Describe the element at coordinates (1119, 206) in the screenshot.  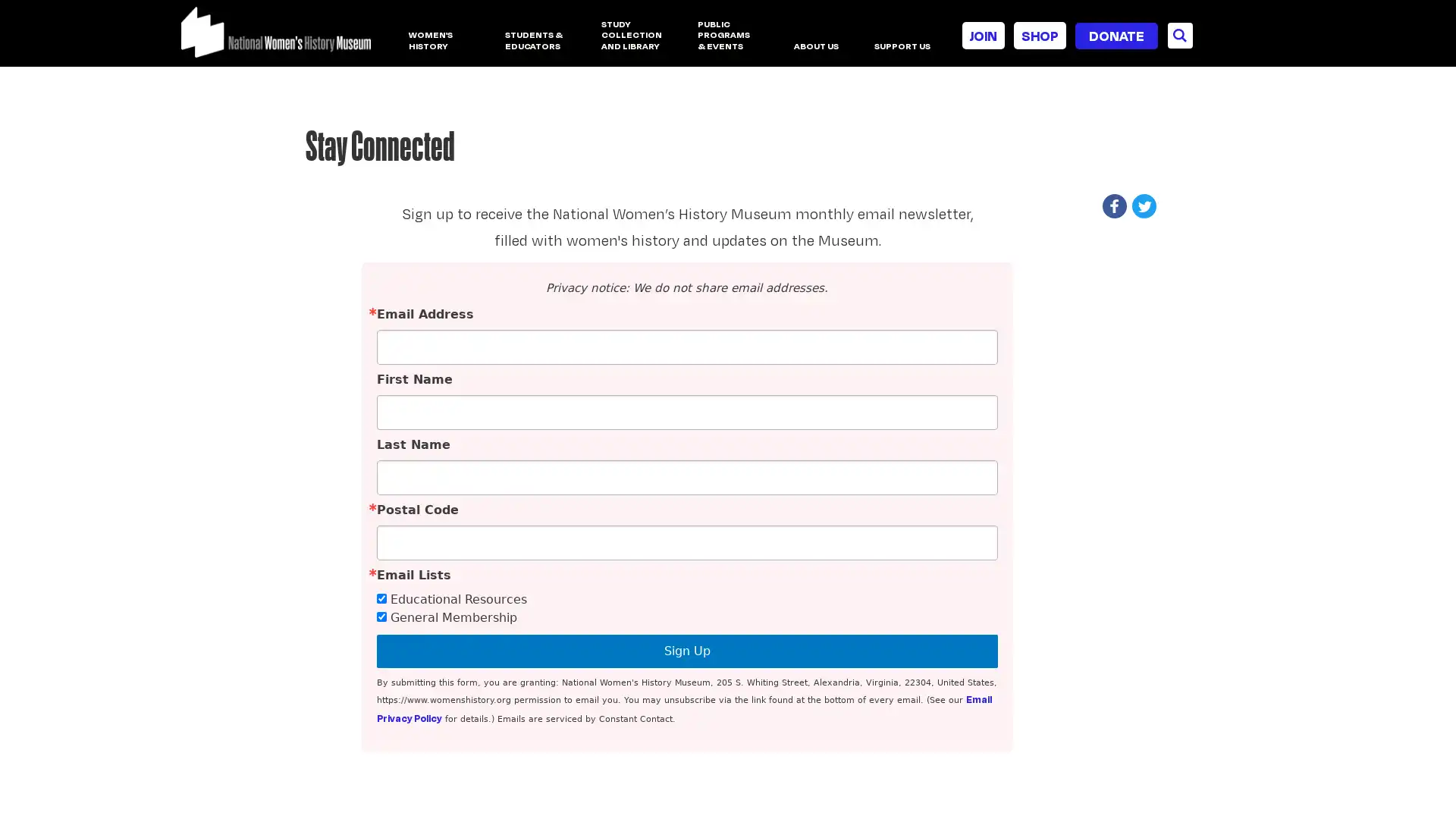
I see `Share to Facebook` at that location.